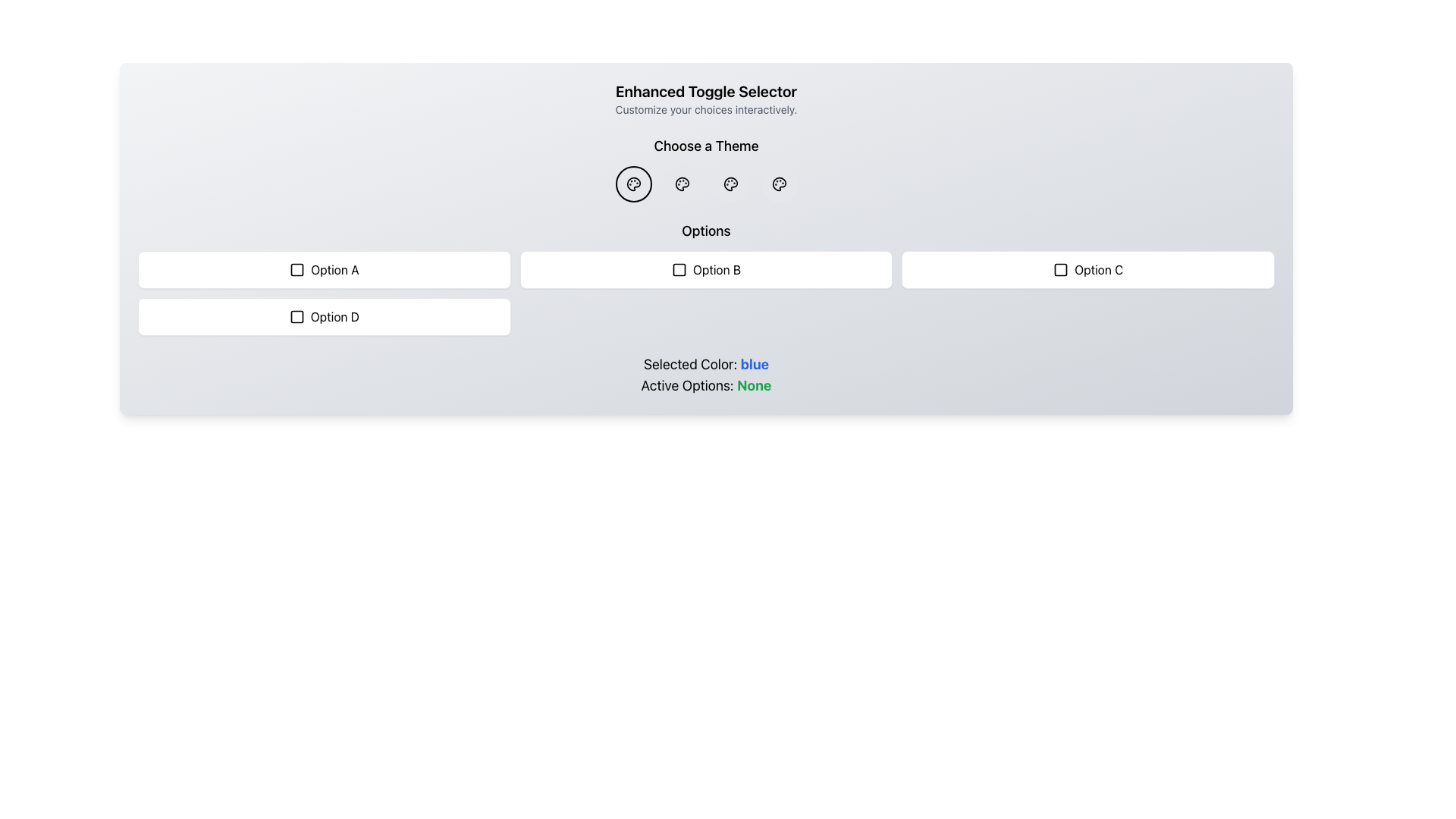  I want to click on the 'Option A' checkbox, so click(323, 268).